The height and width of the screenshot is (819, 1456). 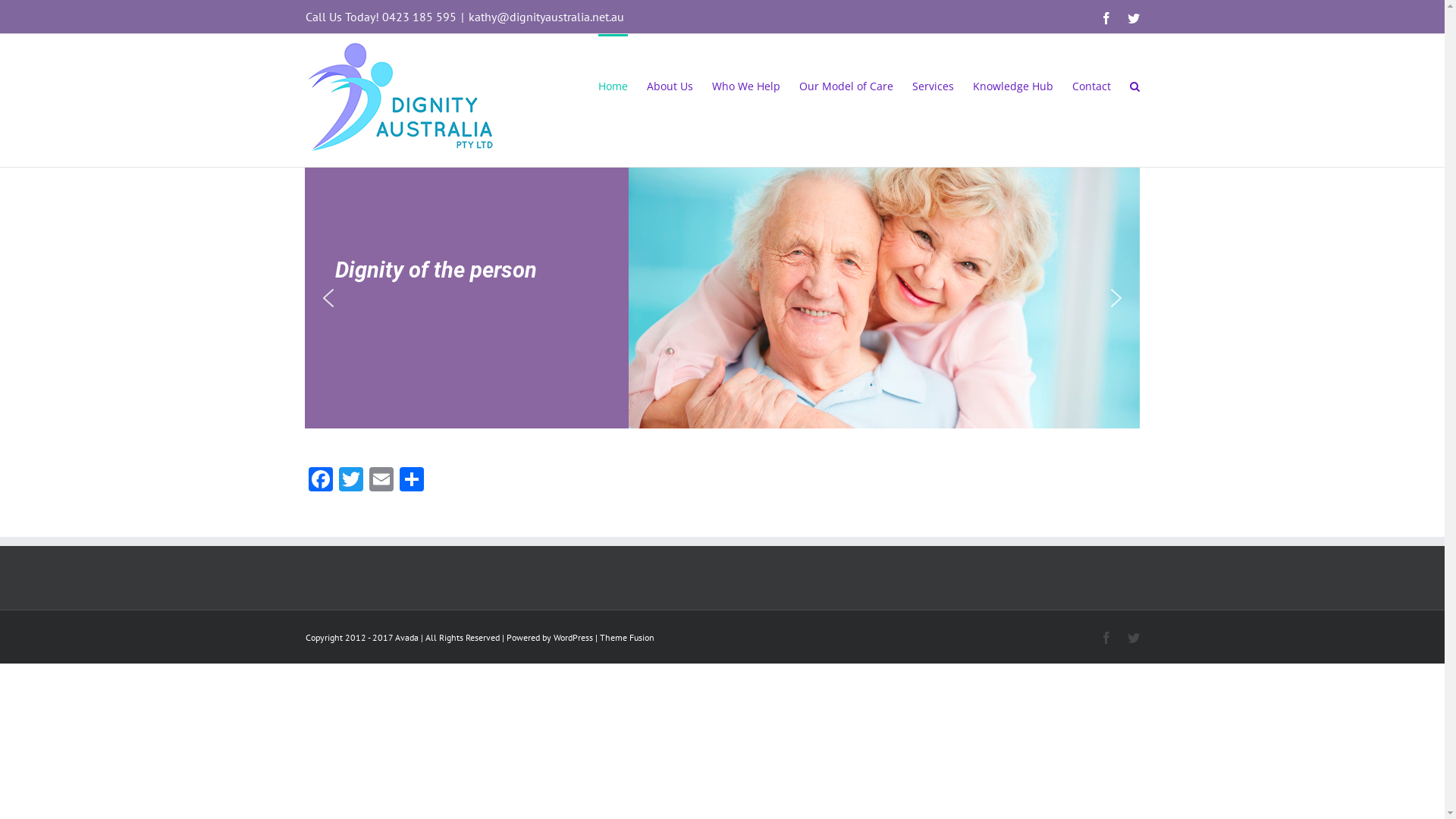 What do you see at coordinates (799, 85) in the screenshot?
I see `'Our Model of Care'` at bounding box center [799, 85].